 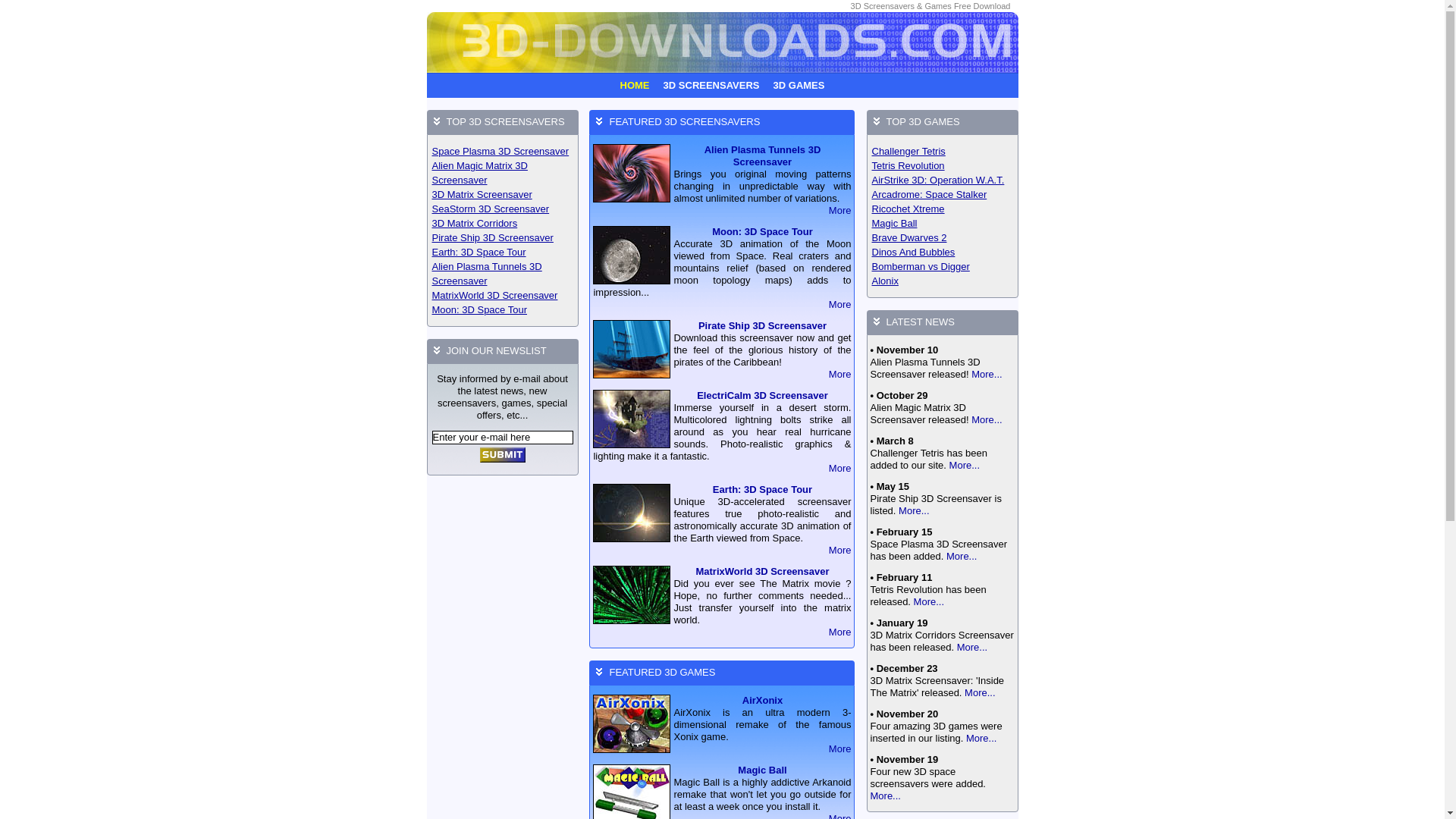 I want to click on 'Brave Dwarves 2', so click(x=942, y=237).